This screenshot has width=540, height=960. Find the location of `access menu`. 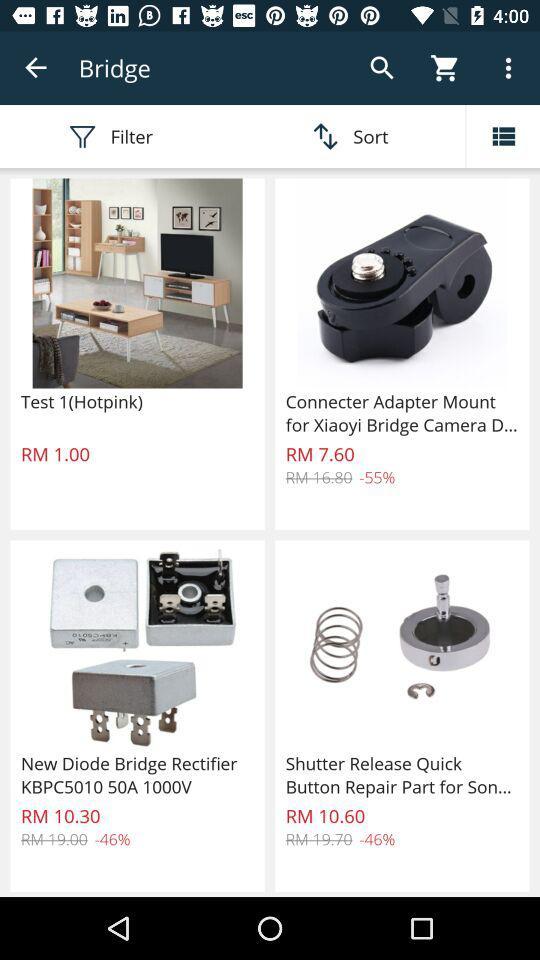

access menu is located at coordinates (502, 135).